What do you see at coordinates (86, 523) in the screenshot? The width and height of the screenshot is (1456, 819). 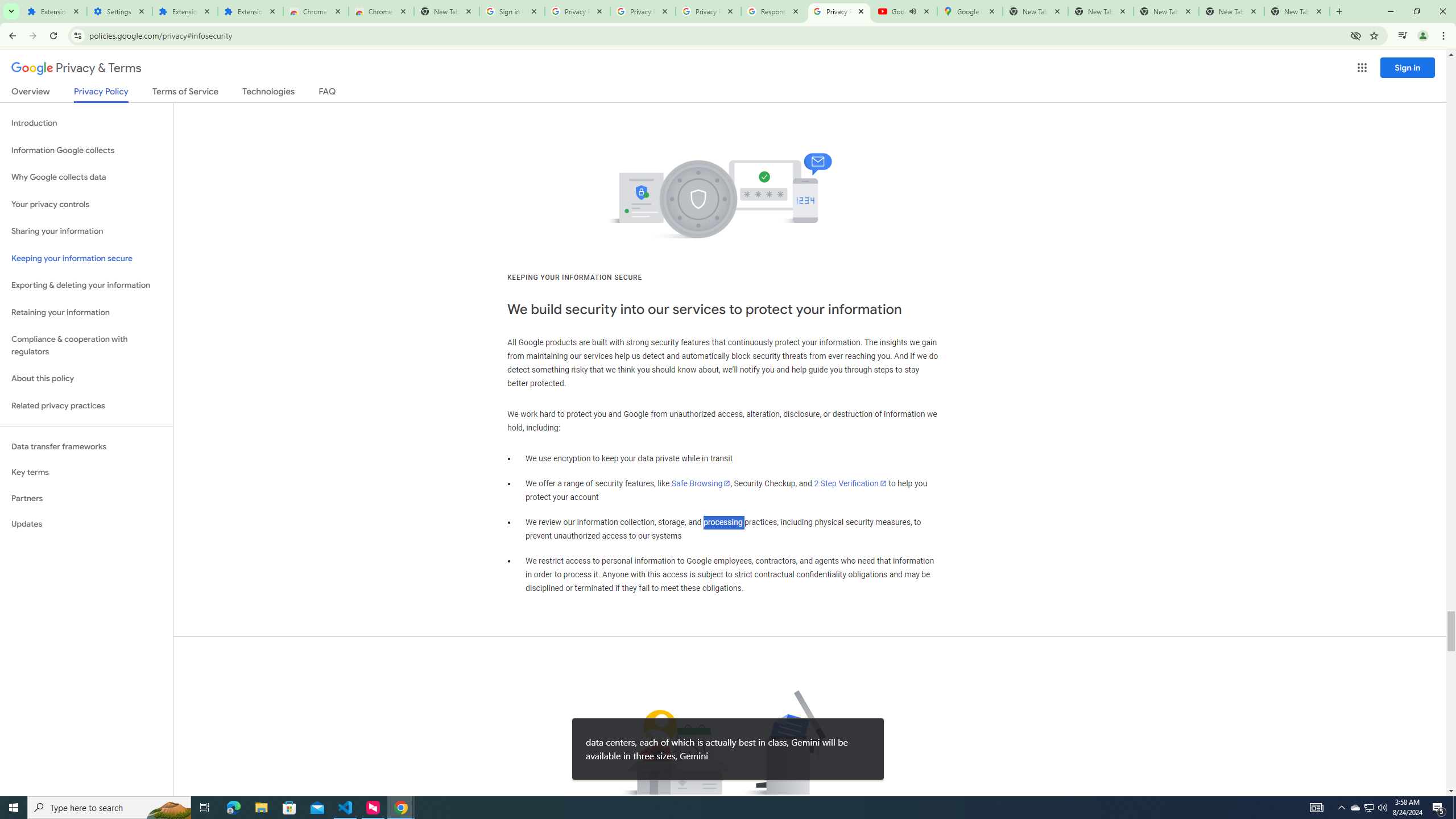 I see `'Updates'` at bounding box center [86, 523].